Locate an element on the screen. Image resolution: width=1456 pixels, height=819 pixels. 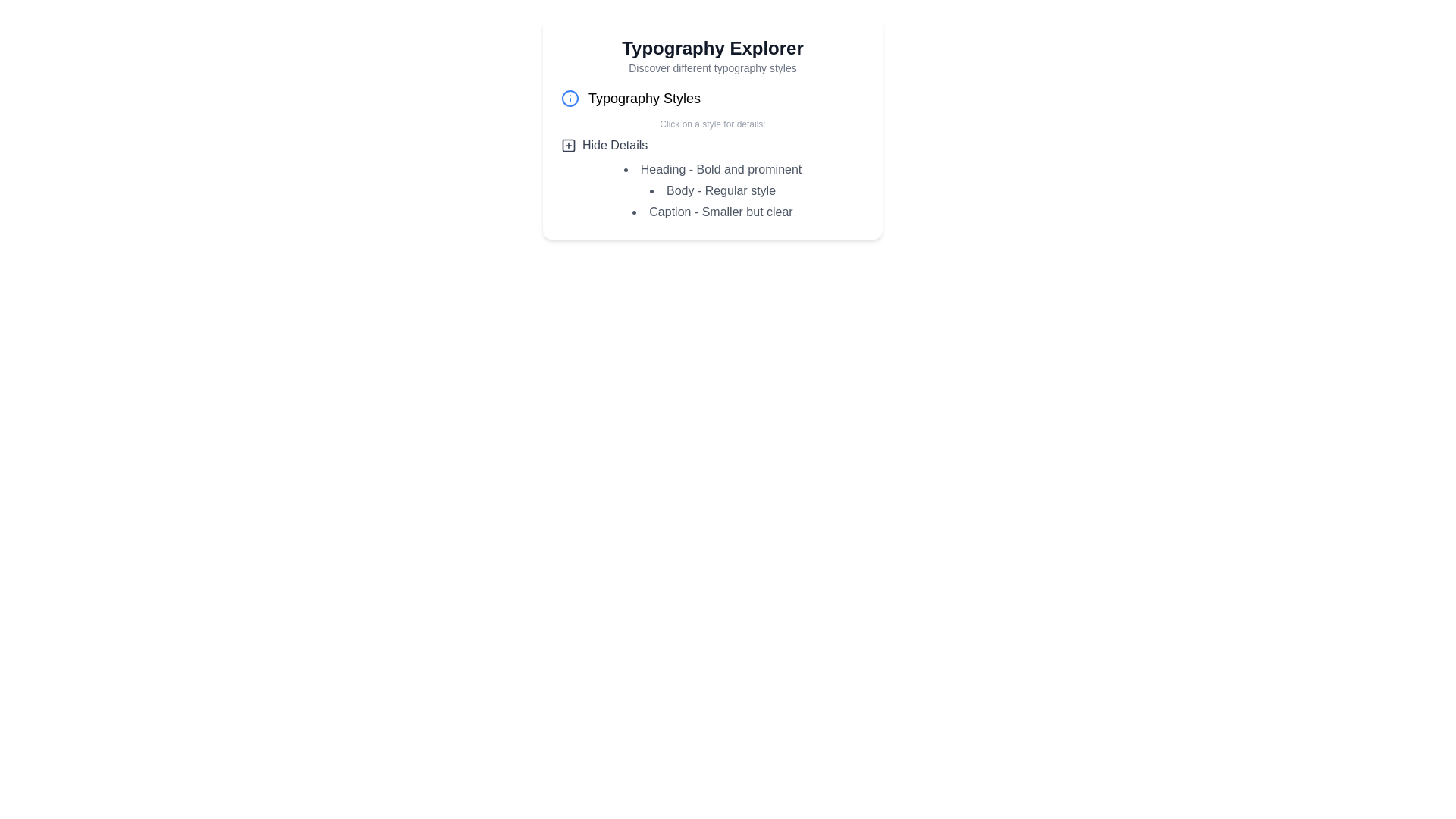
the 'Body' text label with bullet point, which describes a typography style in the vertical bulleted list within the 'Typography Explorer' card is located at coordinates (712, 190).